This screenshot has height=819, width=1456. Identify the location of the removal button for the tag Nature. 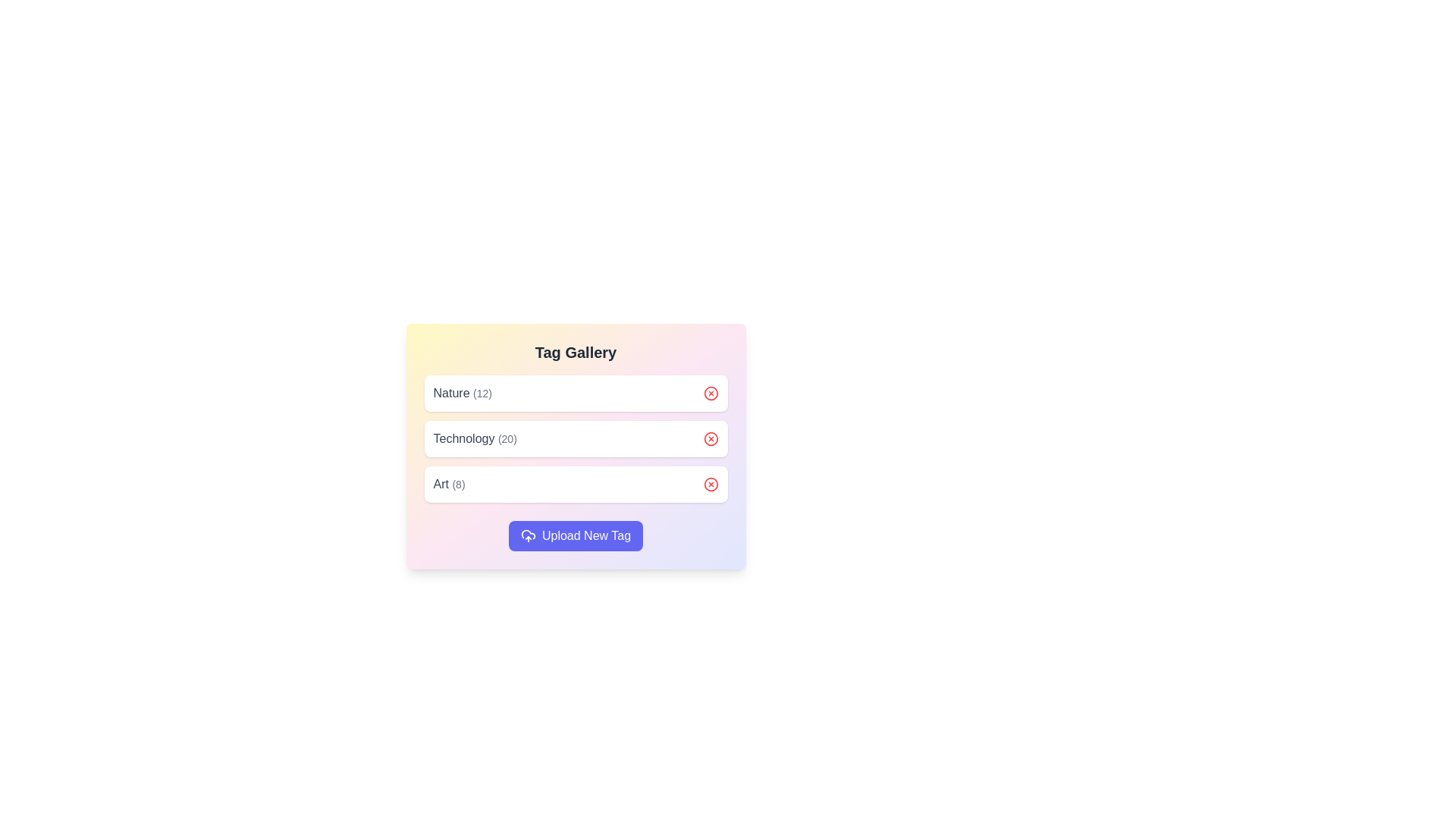
(710, 393).